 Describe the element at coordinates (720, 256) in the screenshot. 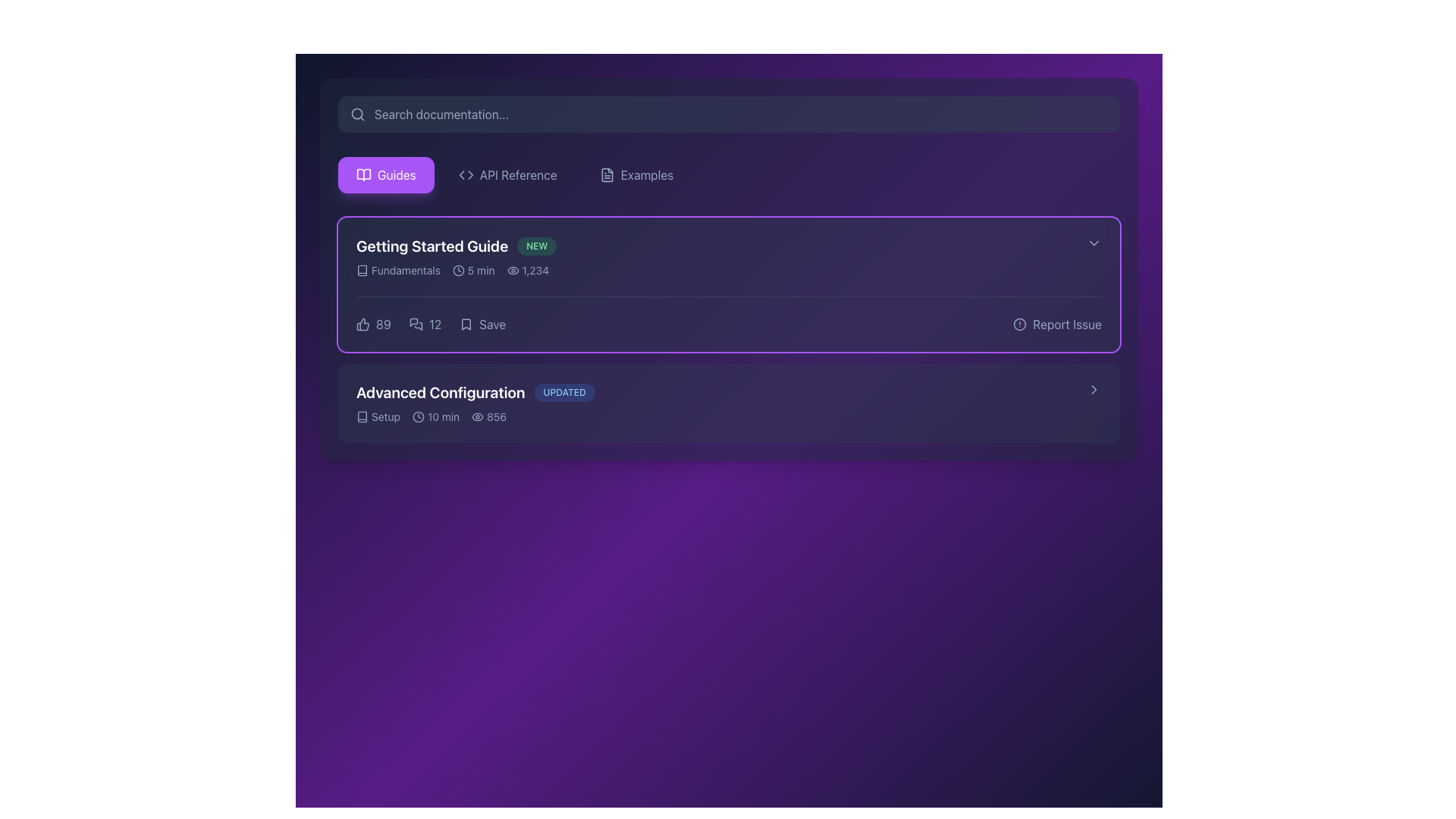

I see `the first entry in the documentation guide list representing the 'Getting Started Guide'` at that location.